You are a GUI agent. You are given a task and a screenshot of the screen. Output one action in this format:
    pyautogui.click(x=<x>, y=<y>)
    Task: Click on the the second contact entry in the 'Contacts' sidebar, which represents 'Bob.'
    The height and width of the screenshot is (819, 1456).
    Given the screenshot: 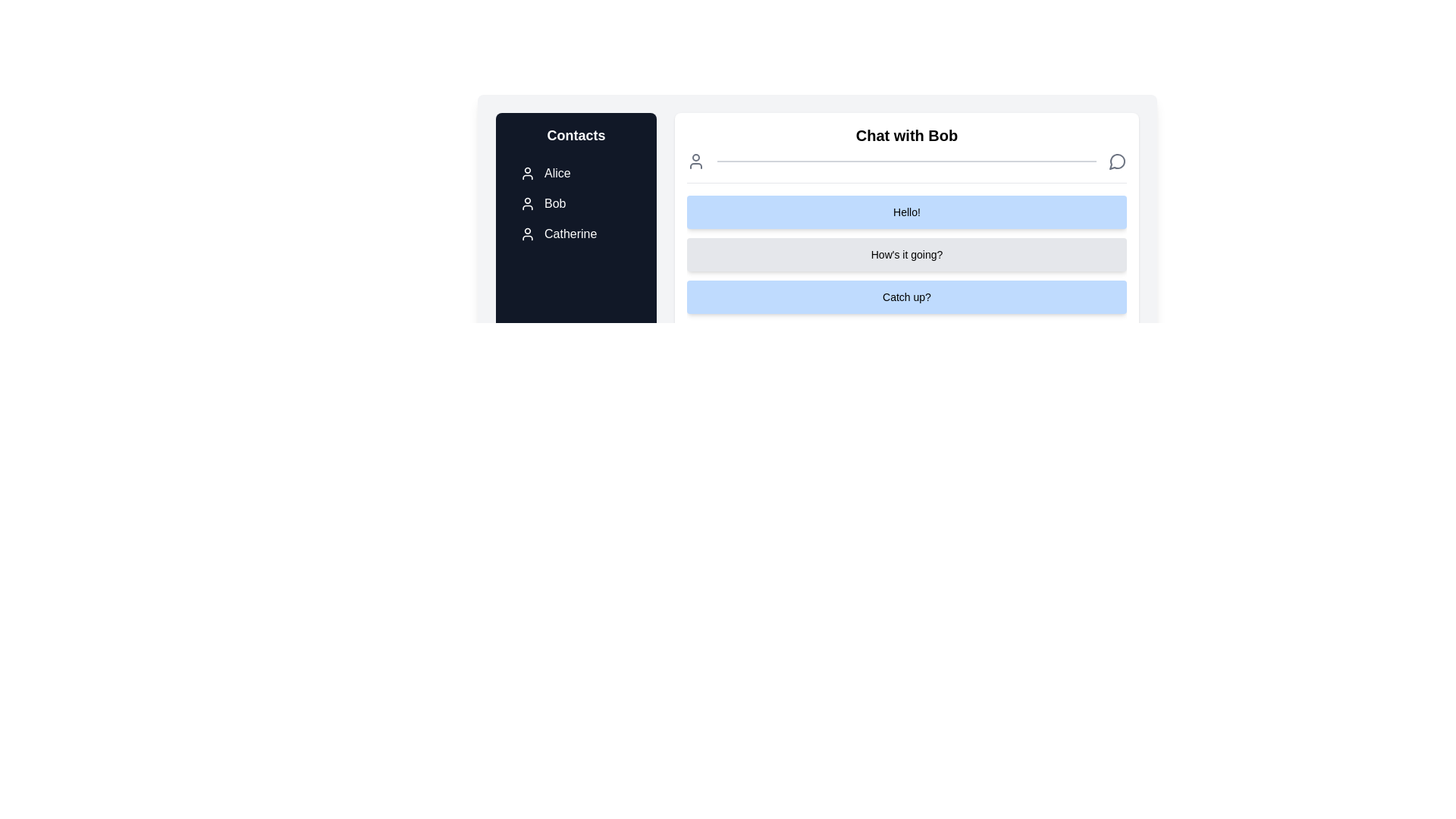 What is the action you would take?
    pyautogui.click(x=575, y=203)
    